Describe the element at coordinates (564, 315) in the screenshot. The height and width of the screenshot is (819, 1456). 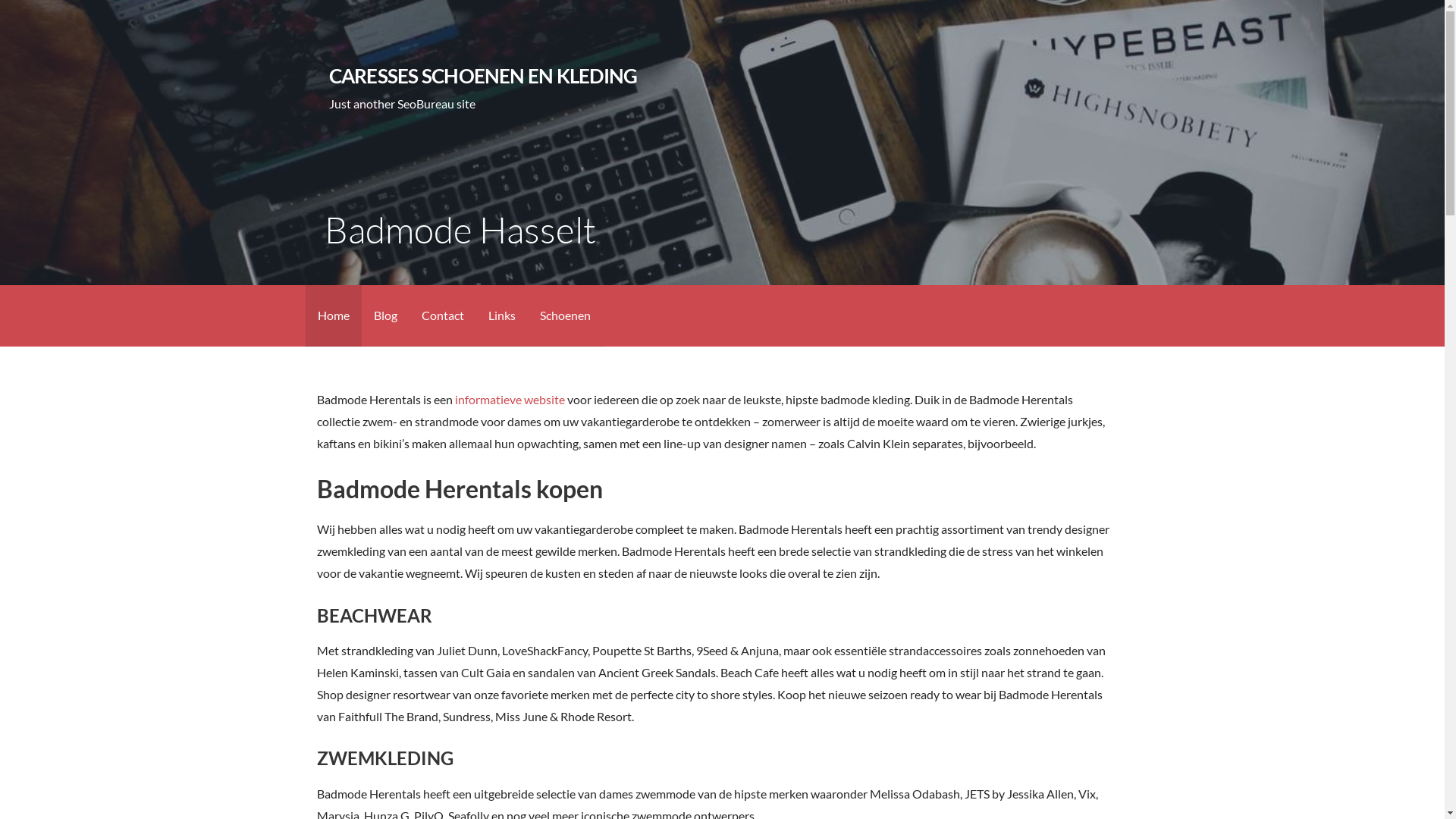
I see `'Schoenen'` at that location.